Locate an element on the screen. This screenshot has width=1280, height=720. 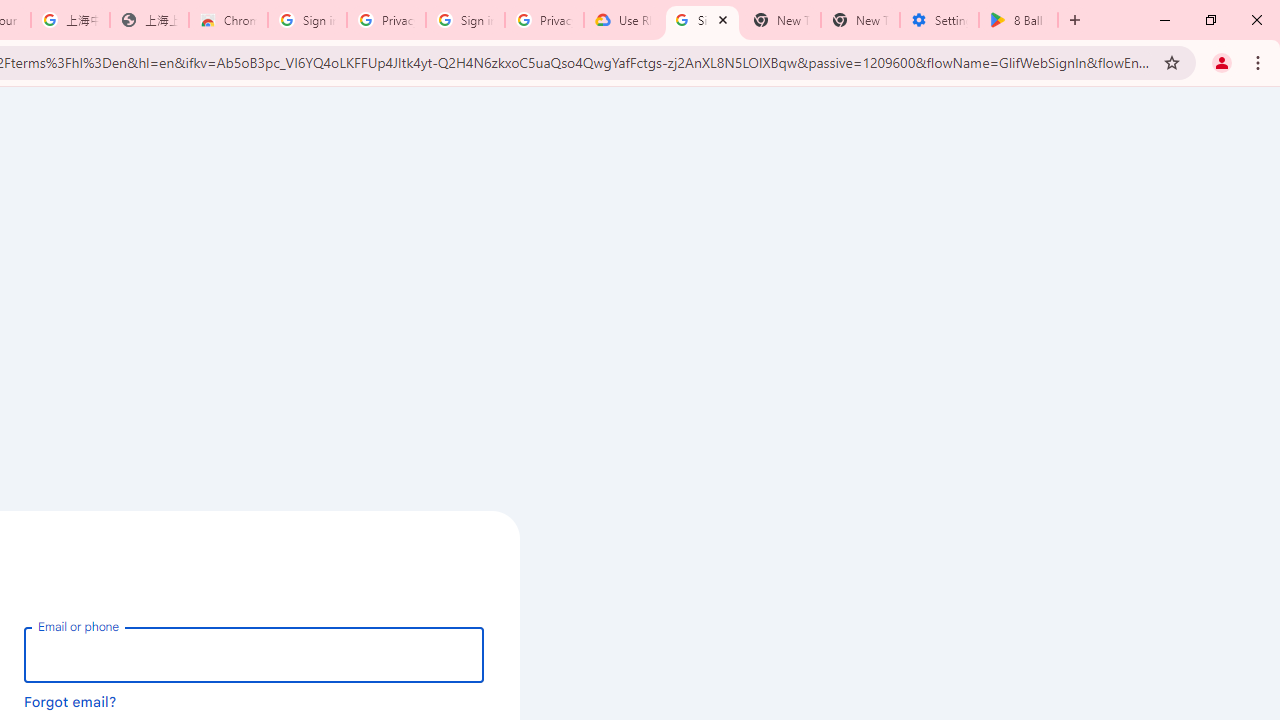
'Settings - System' is located at coordinates (938, 20).